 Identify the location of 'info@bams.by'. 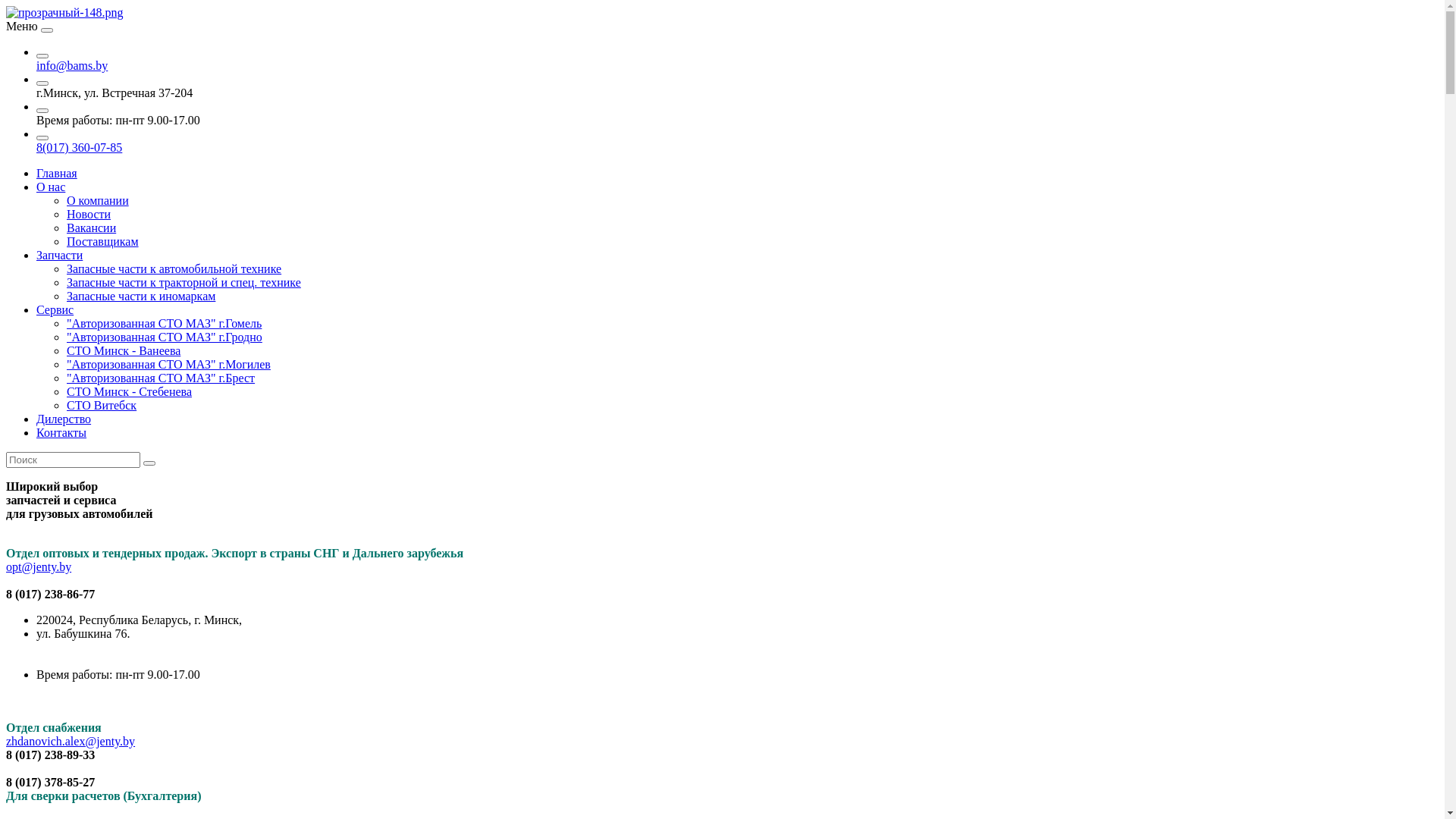
(71, 64).